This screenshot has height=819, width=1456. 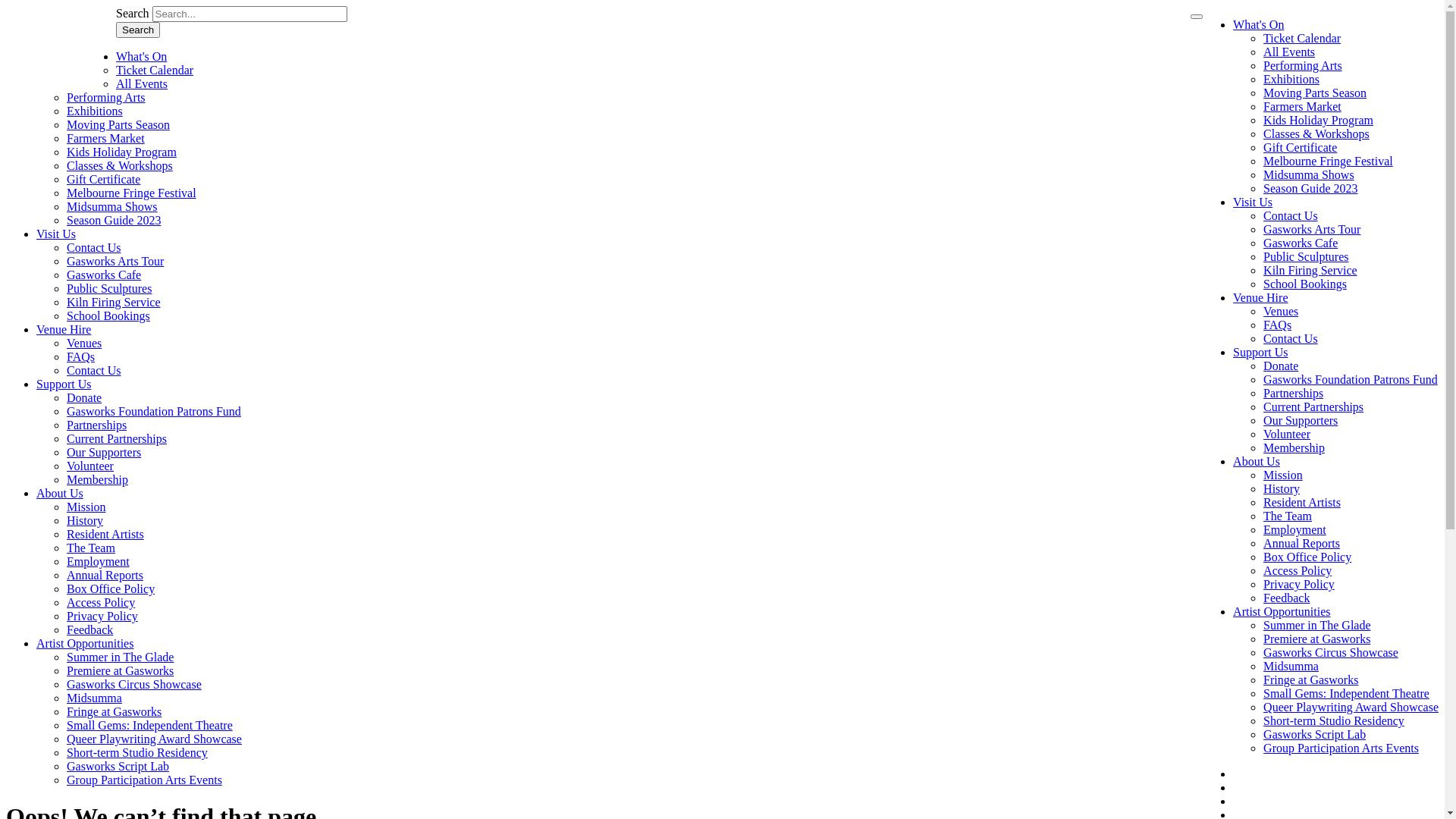 What do you see at coordinates (1233, 297) in the screenshot?
I see `'Venue Hire'` at bounding box center [1233, 297].